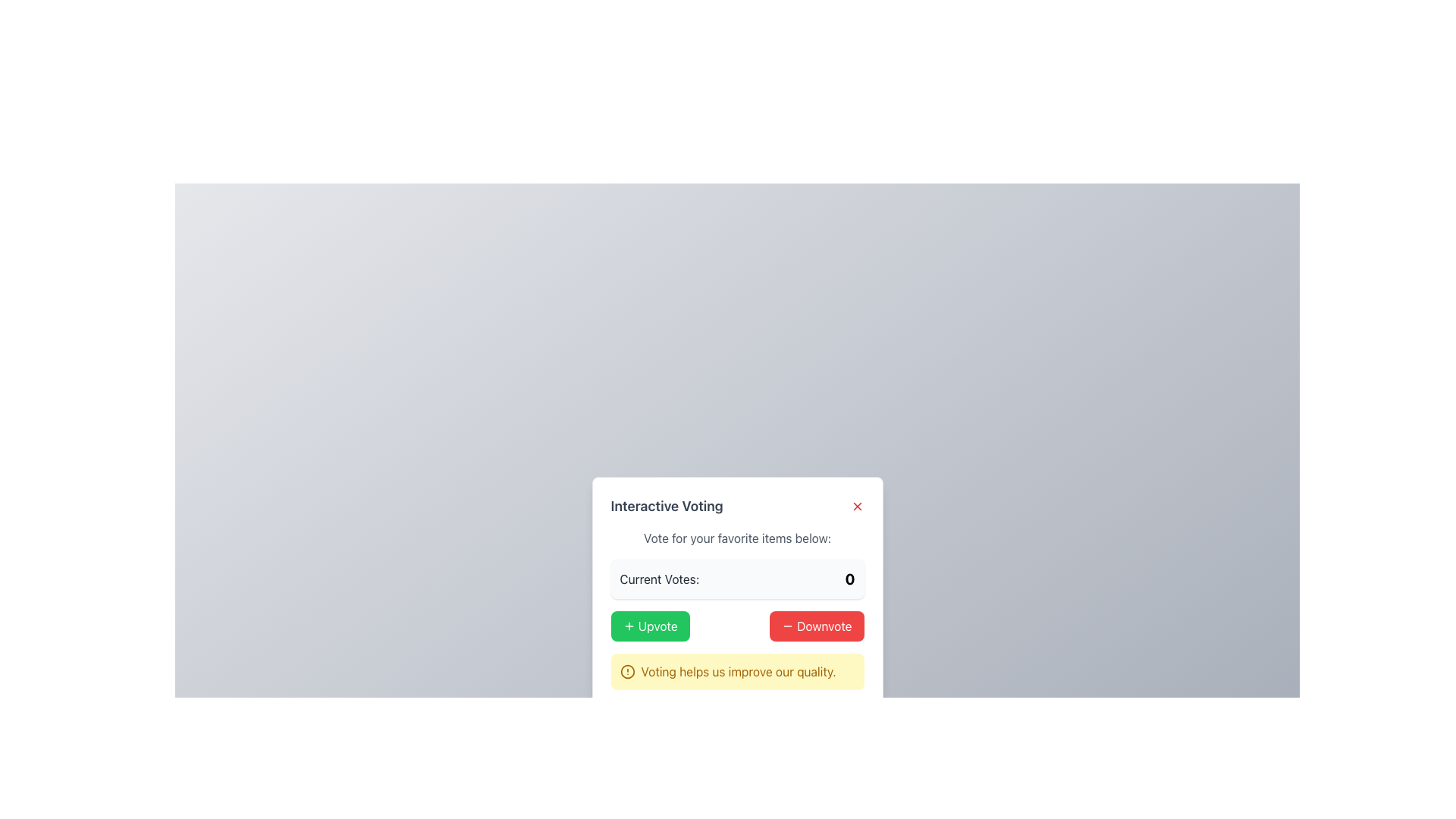 Image resolution: width=1456 pixels, height=819 pixels. I want to click on the label indicating the purpose of the adjacent numeric value displaying the current number of votes, located in the top-left corner of the section, so click(659, 579).